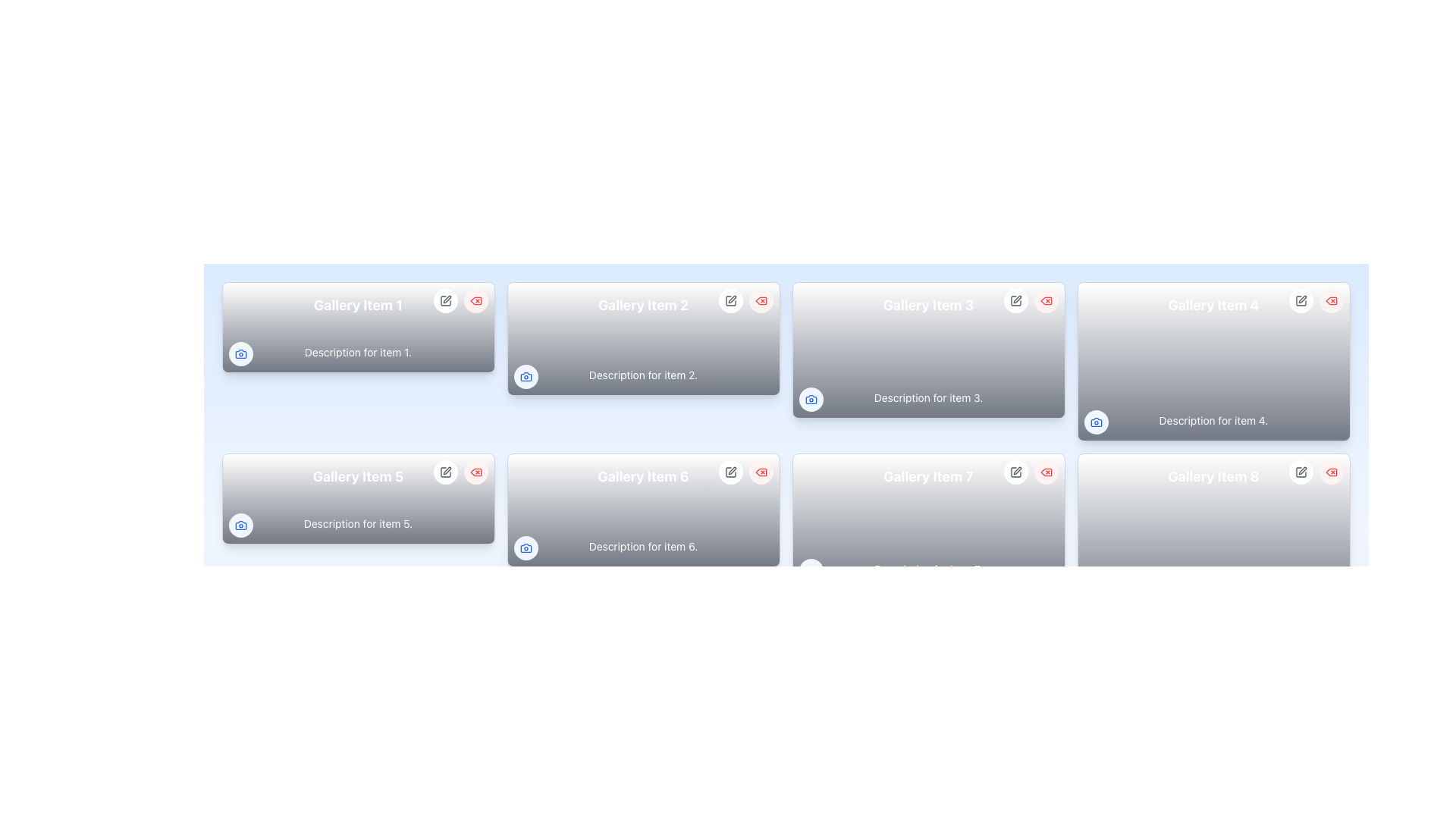 The width and height of the screenshot is (1456, 819). Describe the element at coordinates (1300, 301) in the screenshot. I see `the pen icon button located at the upper-right corner of the 'Gallery Item 4' card to initiate editing of the gallery item` at that location.